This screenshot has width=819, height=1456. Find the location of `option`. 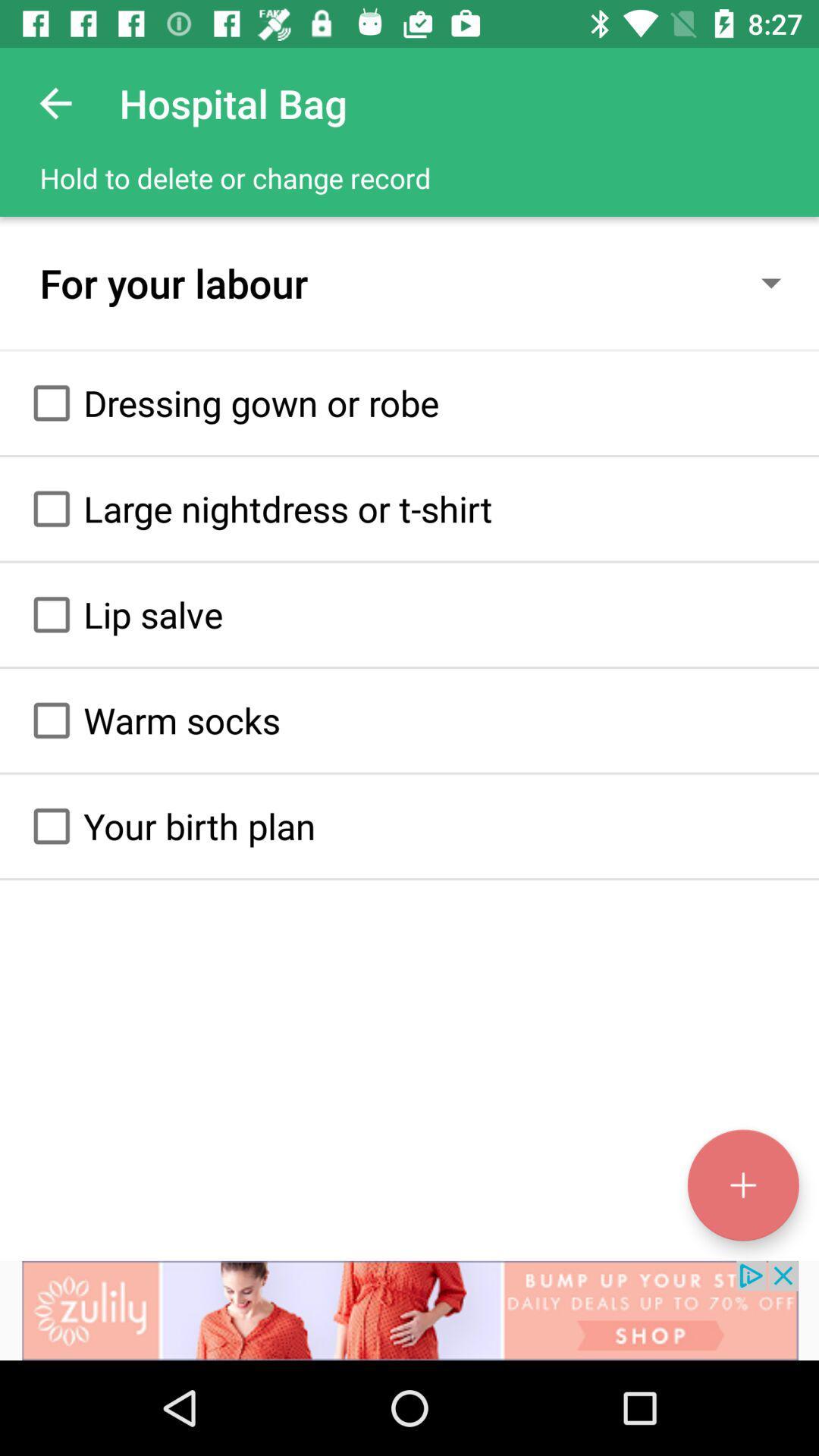

option is located at coordinates (51, 825).